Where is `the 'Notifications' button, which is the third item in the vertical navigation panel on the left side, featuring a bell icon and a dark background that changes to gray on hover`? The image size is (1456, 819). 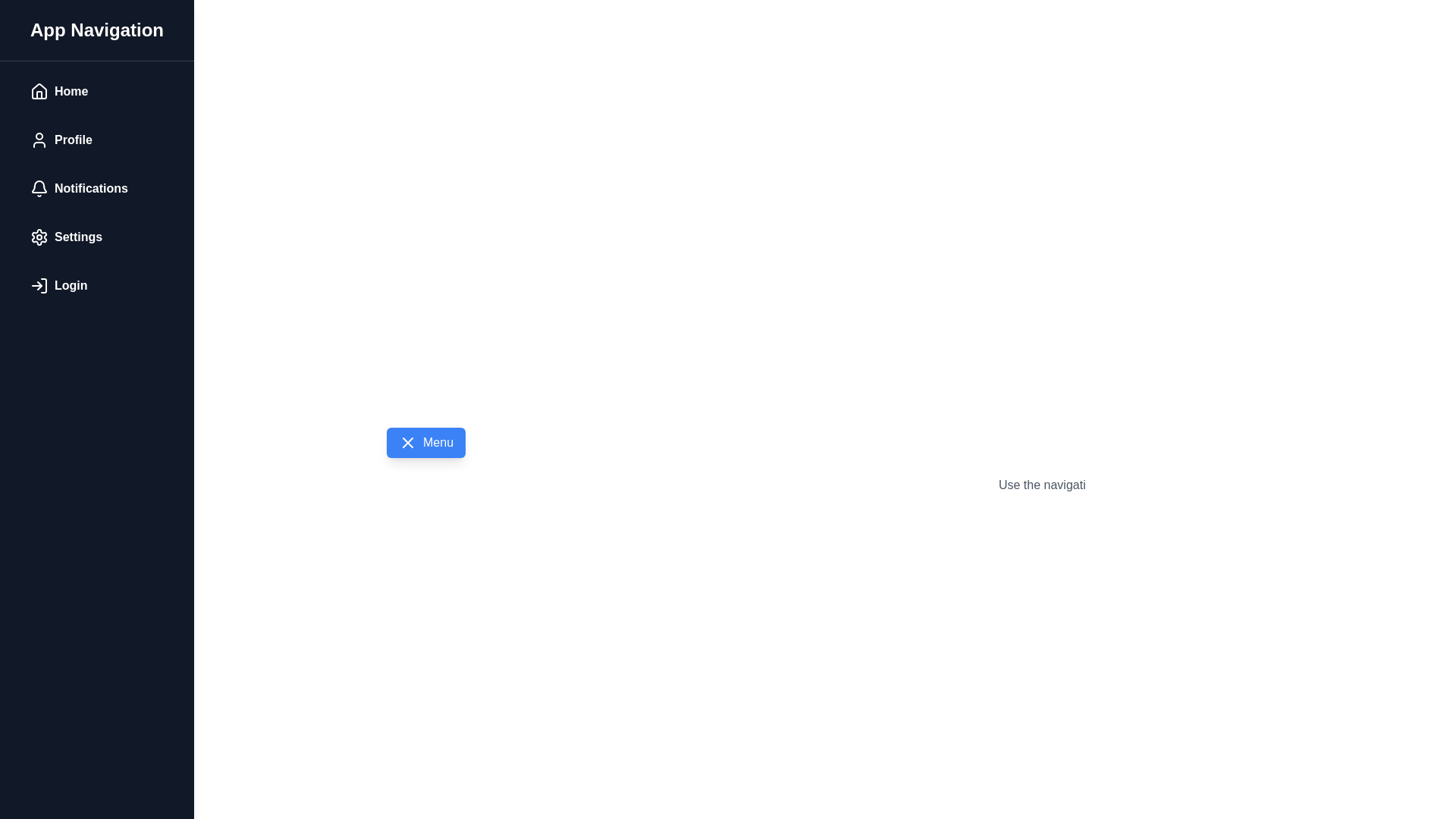
the 'Notifications' button, which is the third item in the vertical navigation panel on the left side, featuring a bell icon and a dark background that changes to gray on hover is located at coordinates (96, 188).